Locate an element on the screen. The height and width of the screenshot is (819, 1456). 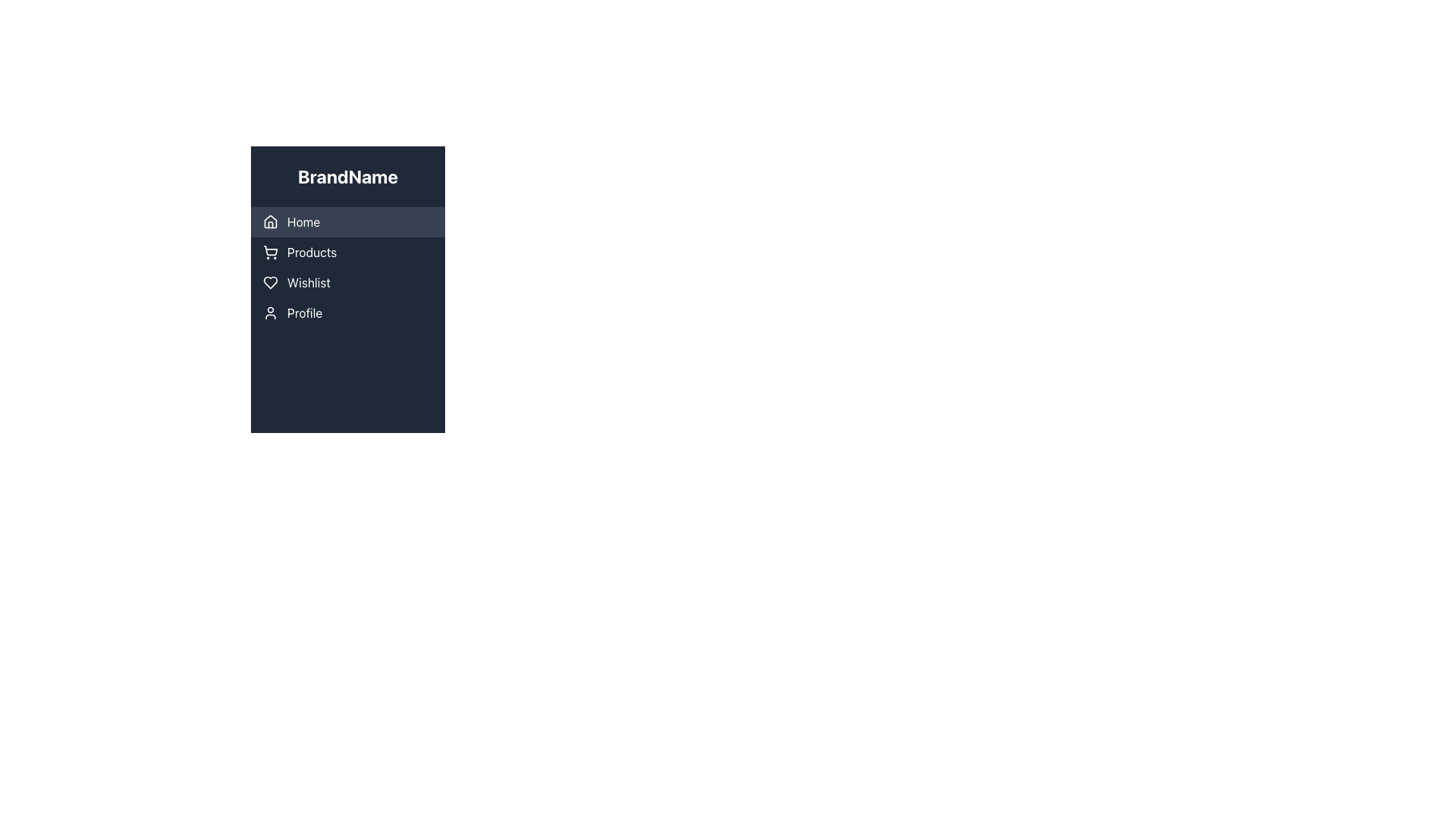
the 'Wishlist' text label, which serves as an indicator for the respective functionality in the vertically arranged menu is located at coordinates (308, 283).